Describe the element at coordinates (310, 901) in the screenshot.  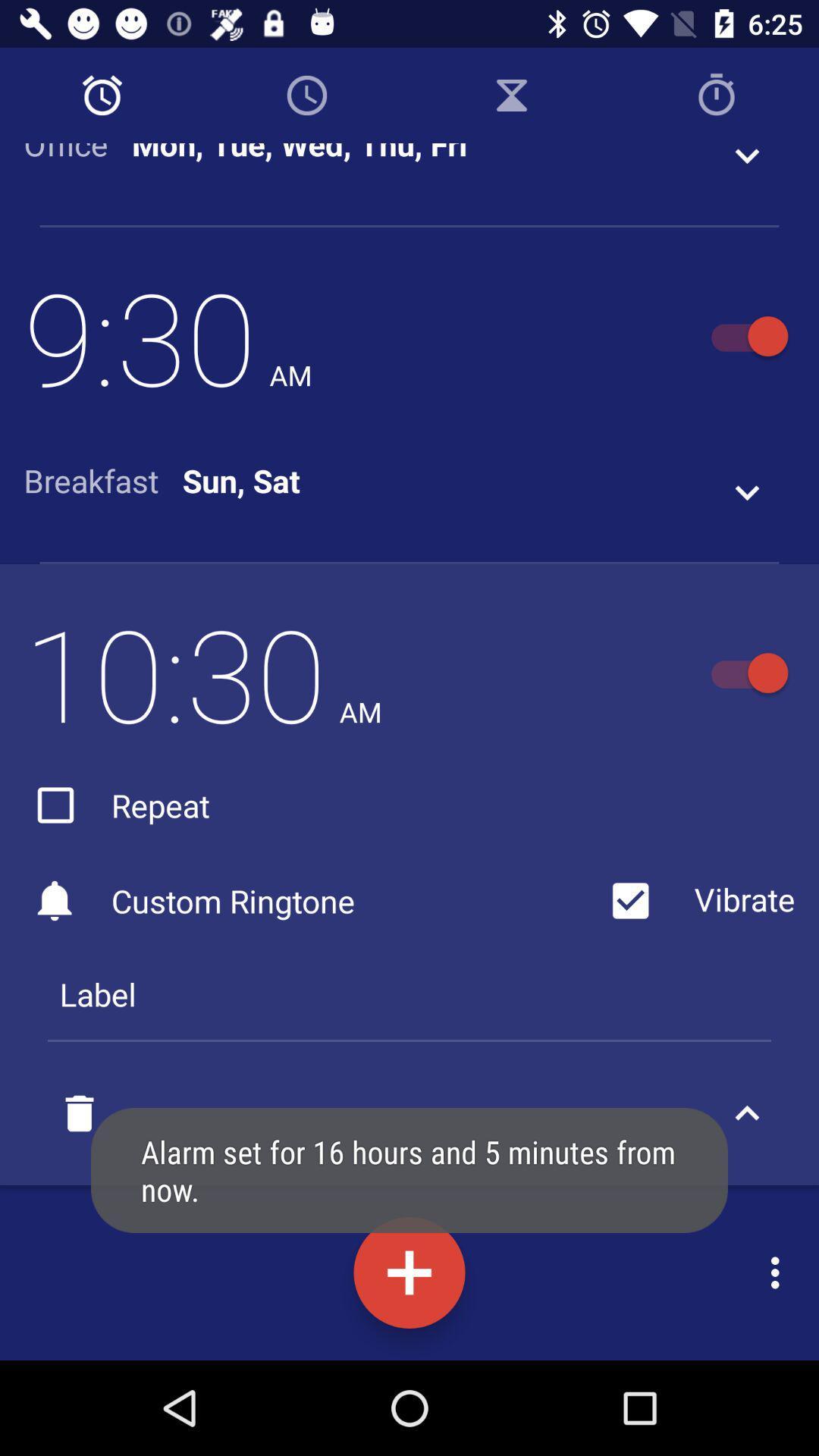
I see `the custom ringtone` at that location.